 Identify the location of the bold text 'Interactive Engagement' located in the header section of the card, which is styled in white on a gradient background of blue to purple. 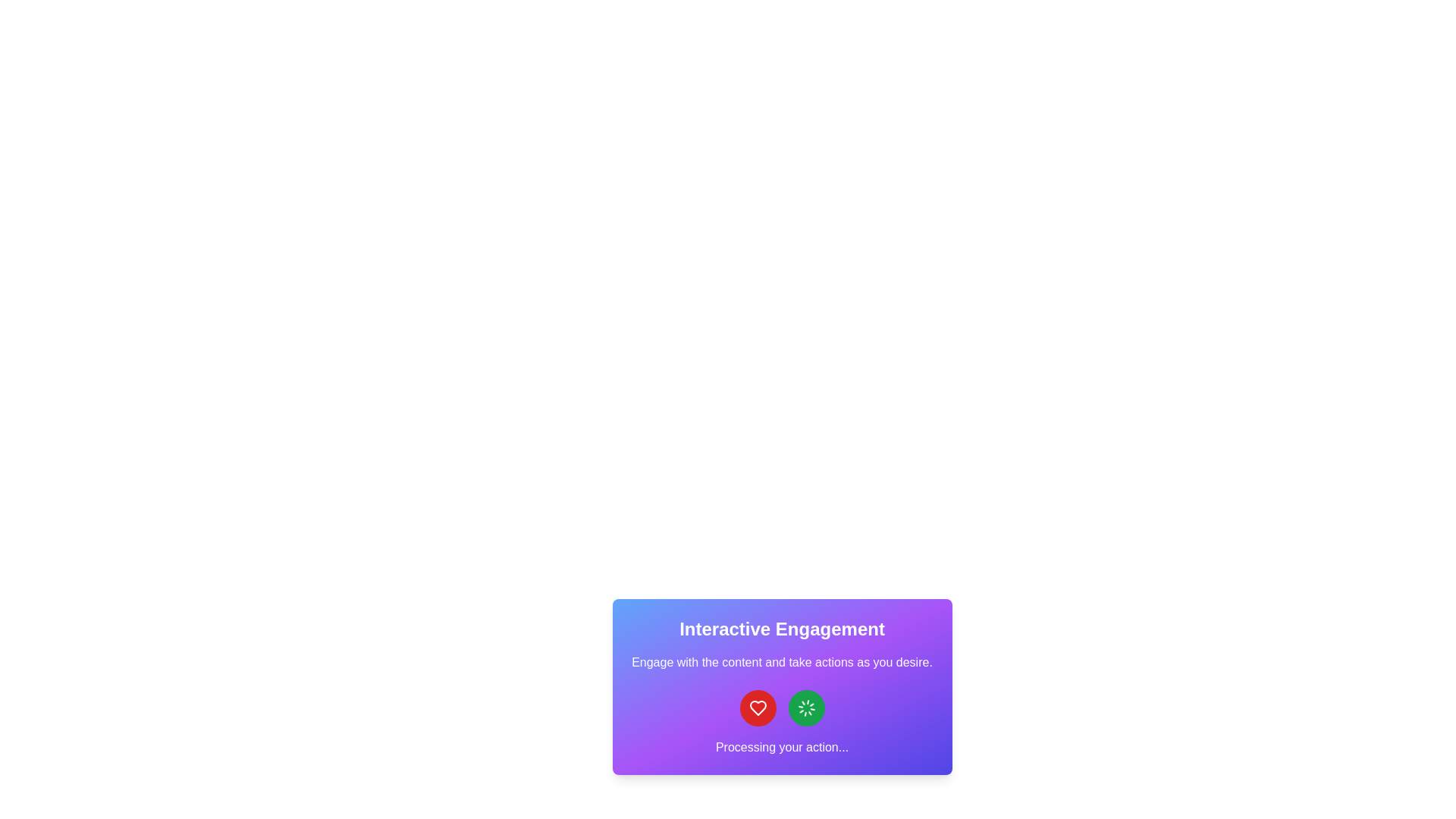
(782, 629).